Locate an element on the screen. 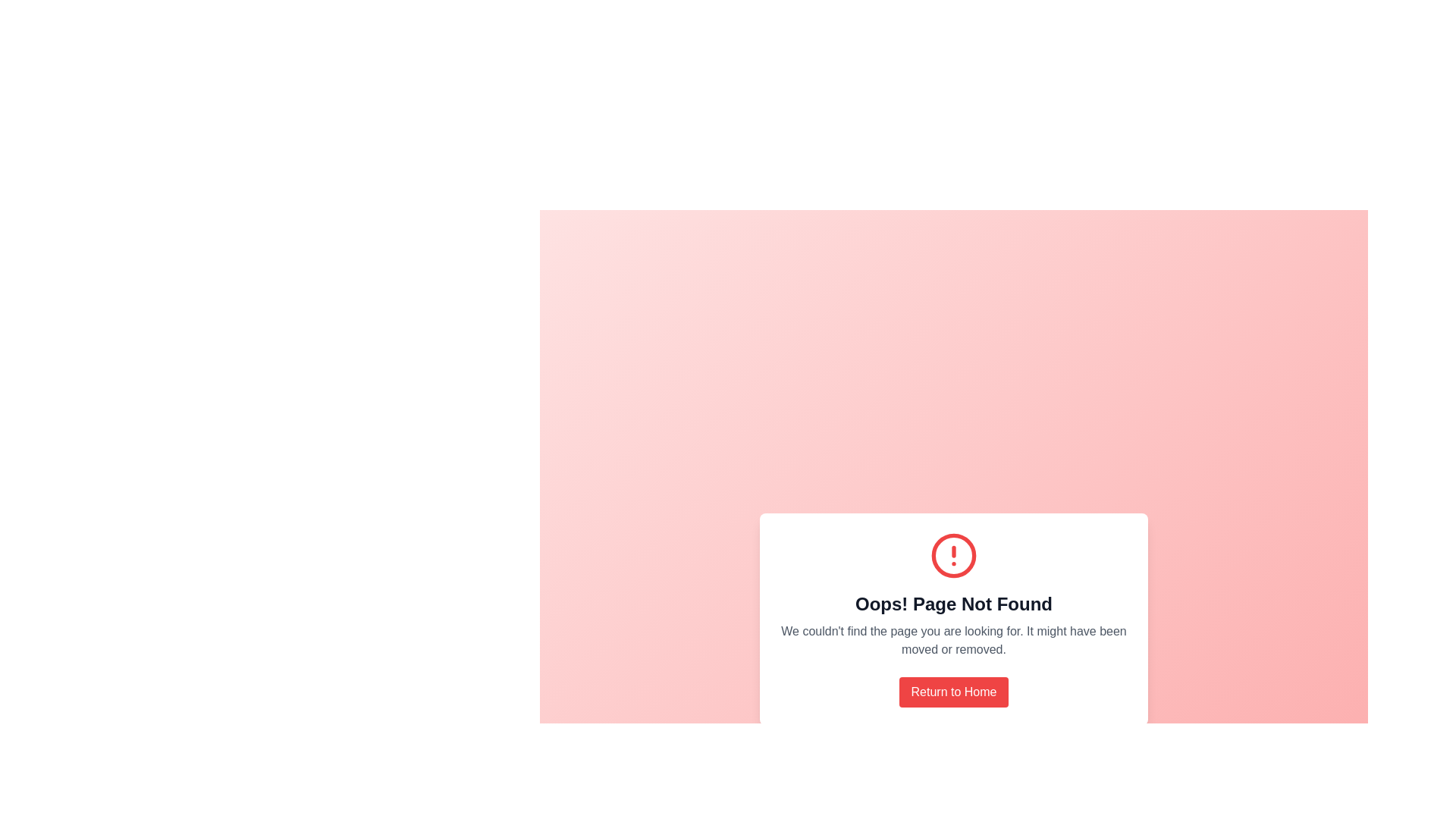 Image resolution: width=1456 pixels, height=819 pixels. the informational text that reads 'We couldn't find the page you are looking for.' which is styled in medium gray and positioned between the title 'Oops! Page Not Found' and the button 'Return to Home' is located at coordinates (952, 640).